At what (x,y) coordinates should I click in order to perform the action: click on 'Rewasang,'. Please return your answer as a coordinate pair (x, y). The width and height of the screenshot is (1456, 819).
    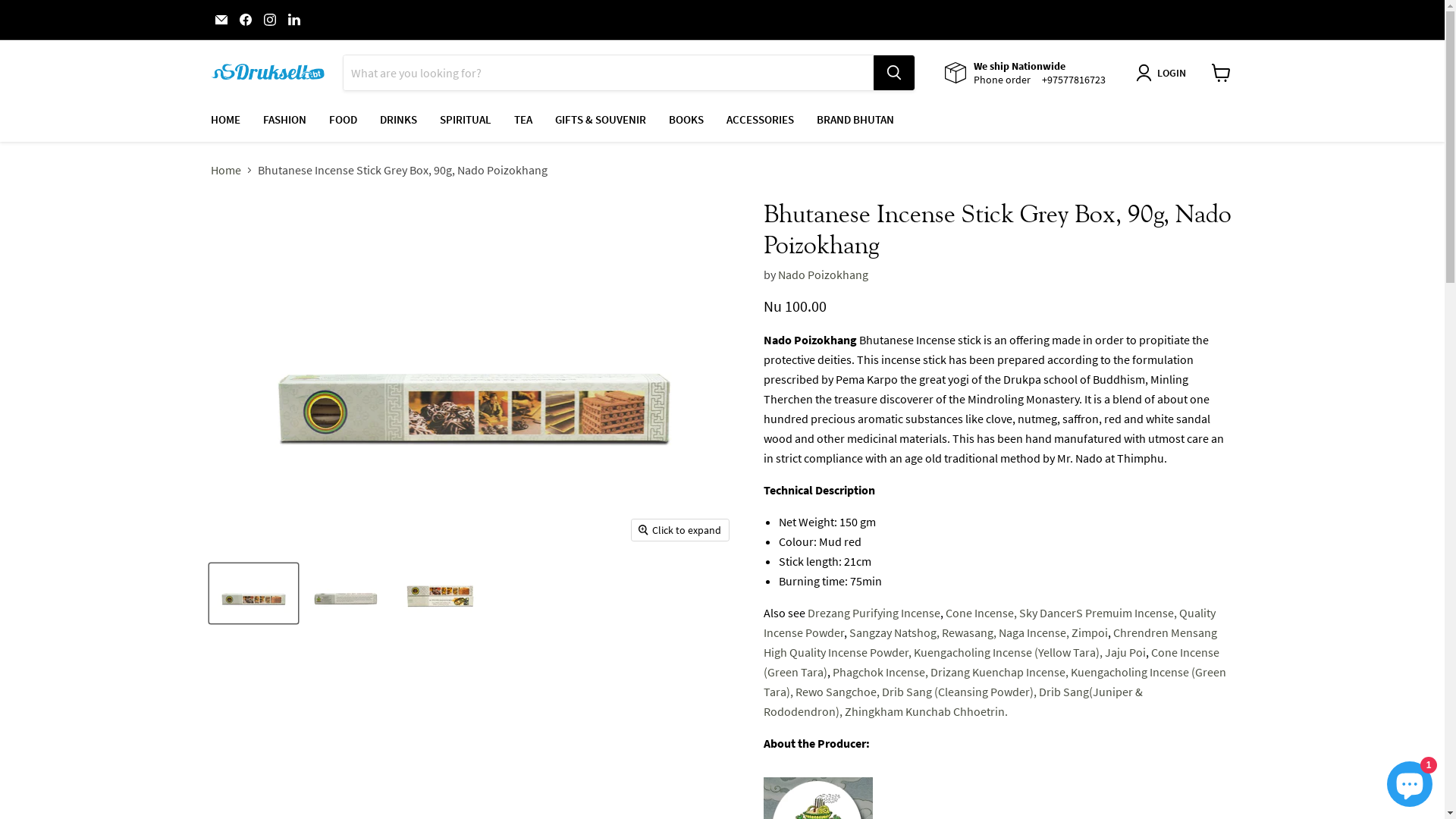
    Looking at the image, I should click on (941, 632).